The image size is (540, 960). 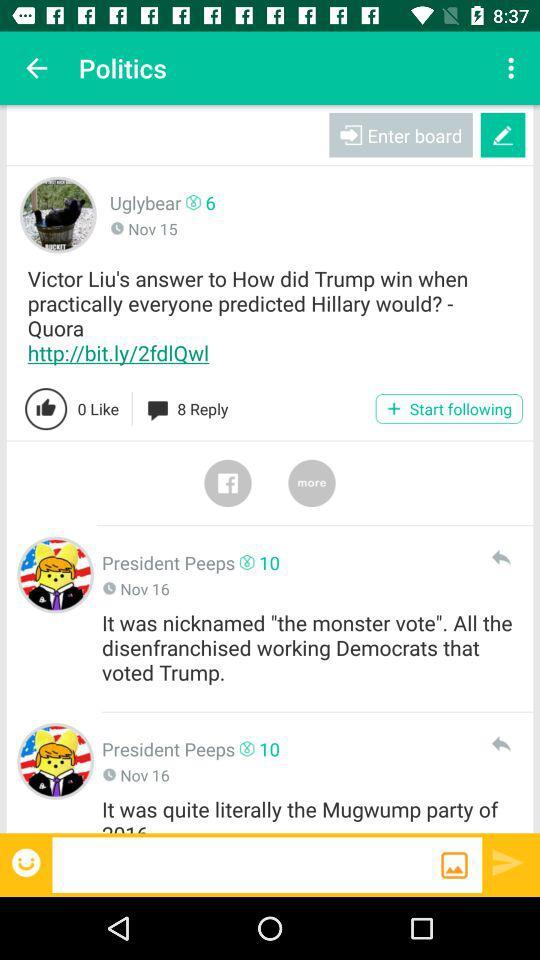 I want to click on writing comments box, so click(x=246, y=863).